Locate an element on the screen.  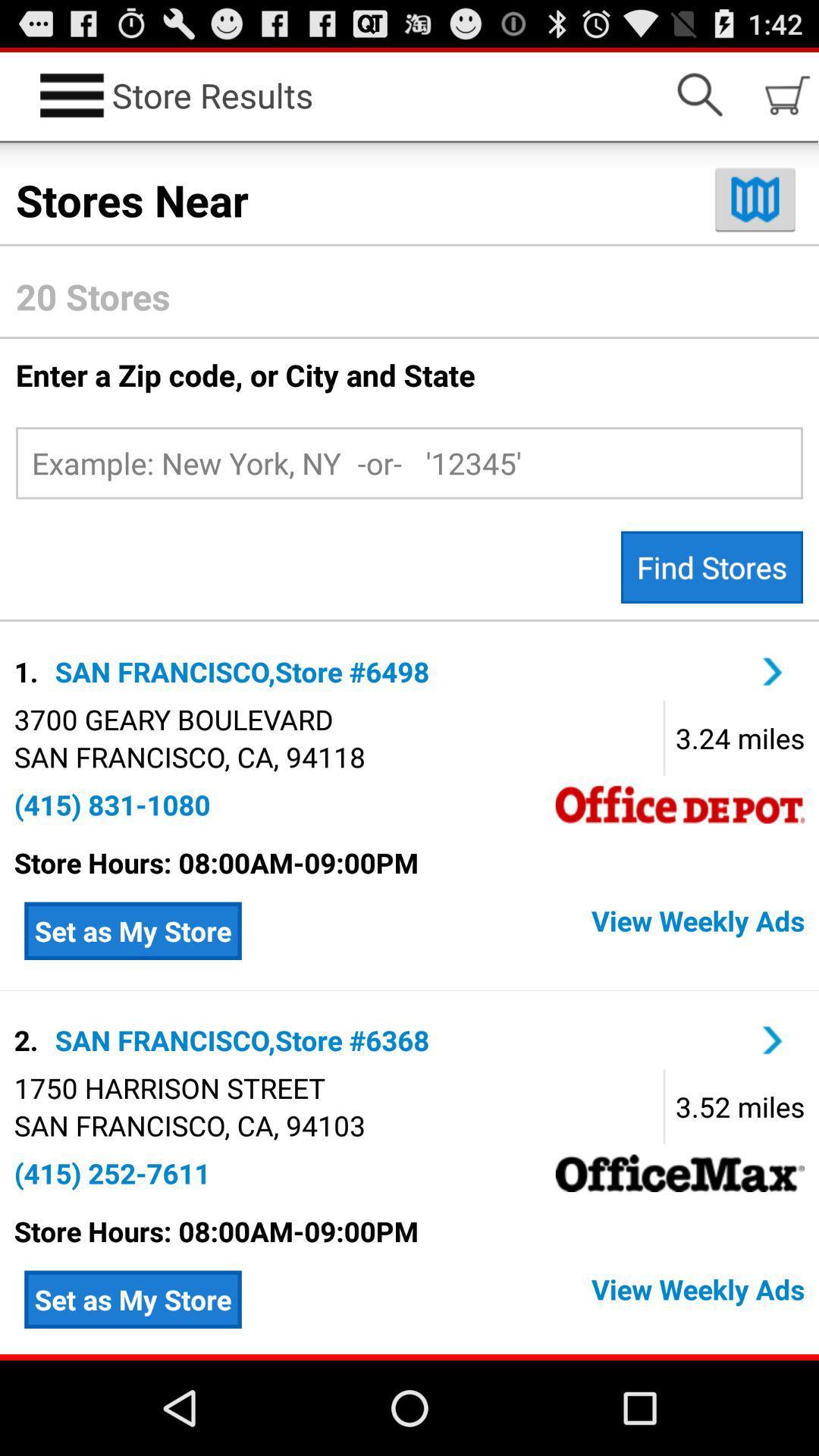
20 stores icon is located at coordinates (409, 297).